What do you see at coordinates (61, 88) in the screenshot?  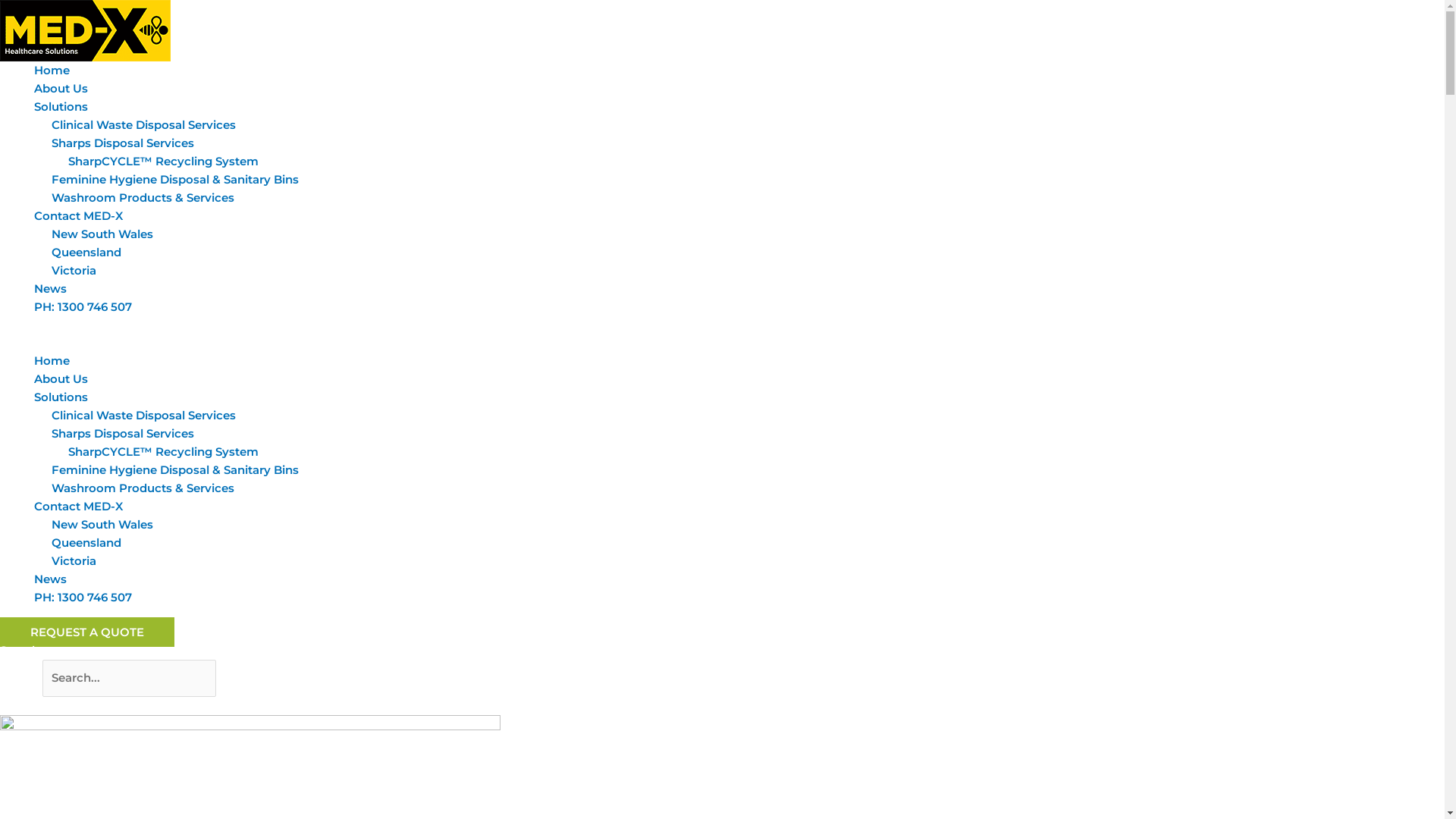 I see `'About Us'` at bounding box center [61, 88].